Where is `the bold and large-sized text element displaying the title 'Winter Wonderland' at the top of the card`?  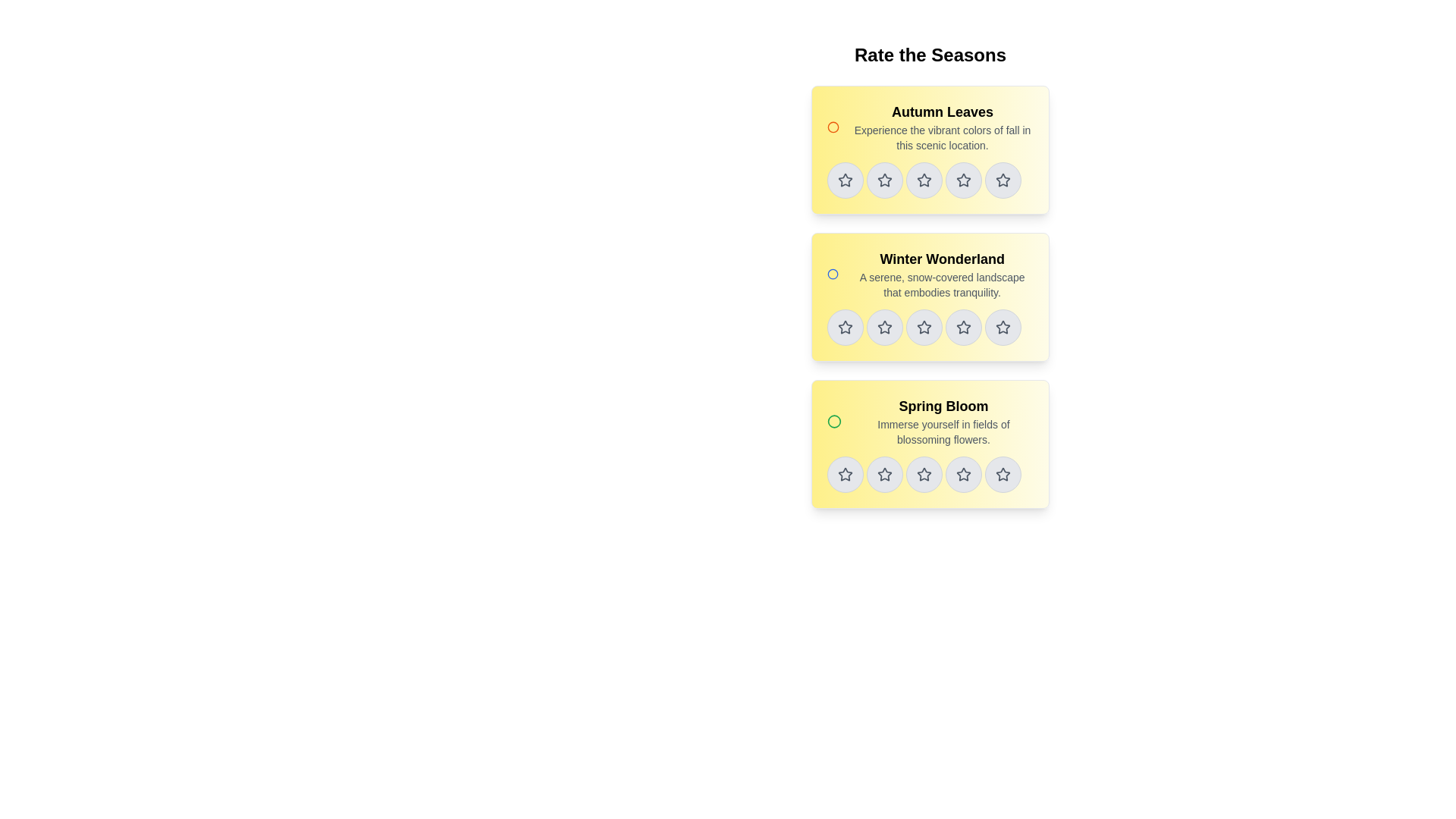
the bold and large-sized text element displaying the title 'Winter Wonderland' at the top of the card is located at coordinates (941, 259).